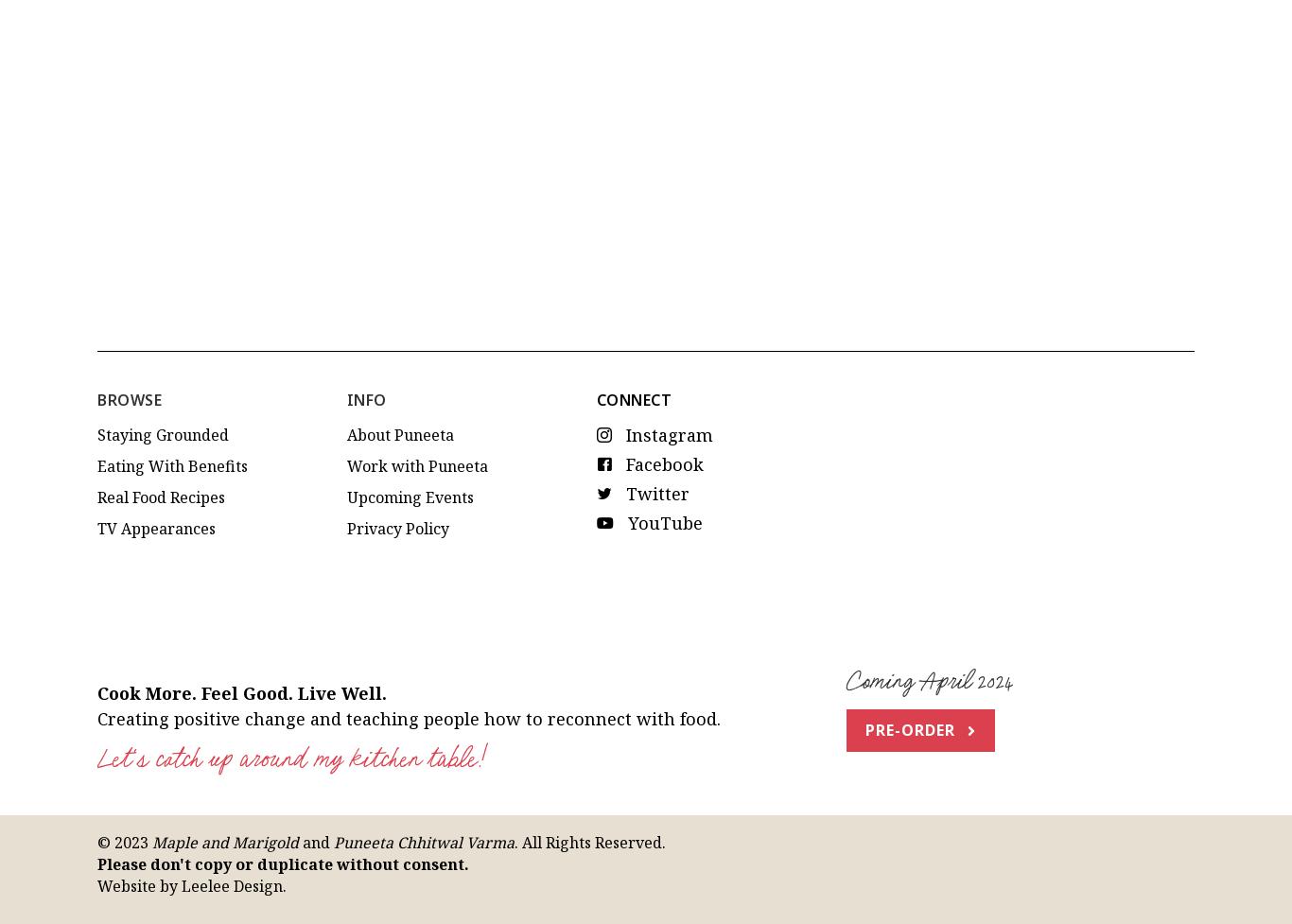  I want to click on 'Info', so click(364, 242).